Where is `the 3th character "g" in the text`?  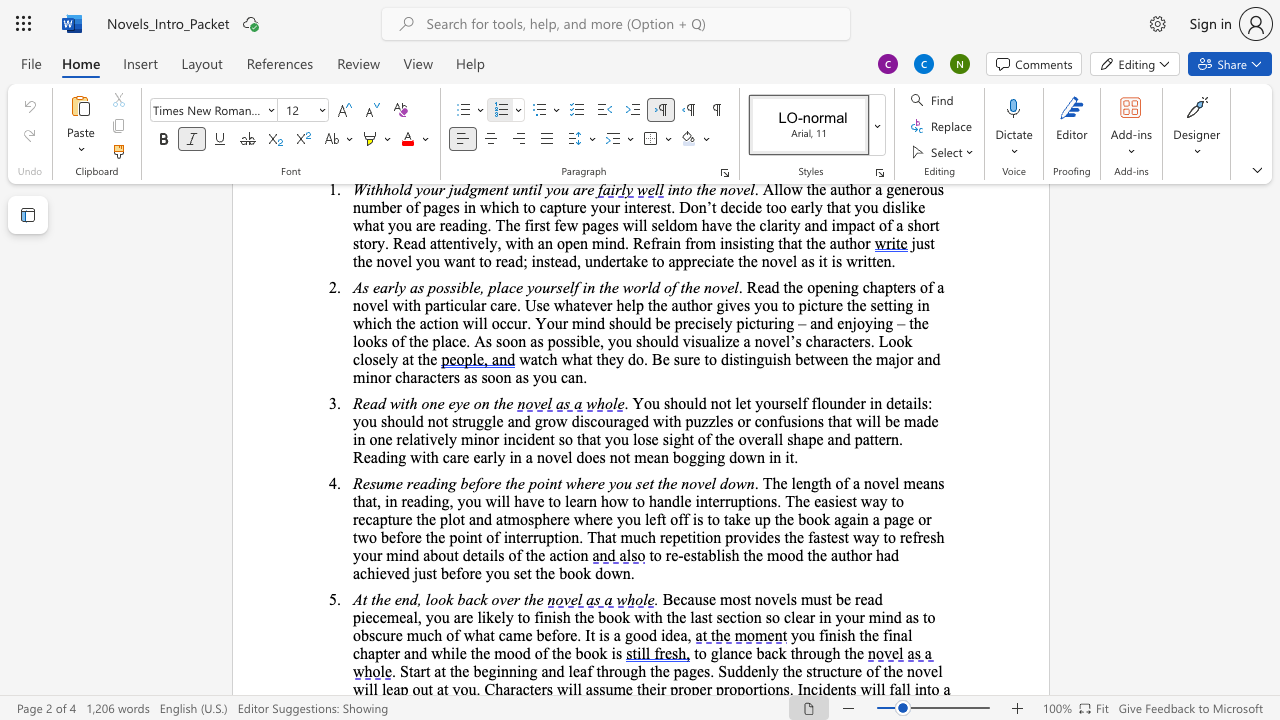 the 3th character "g" in the text is located at coordinates (692, 457).